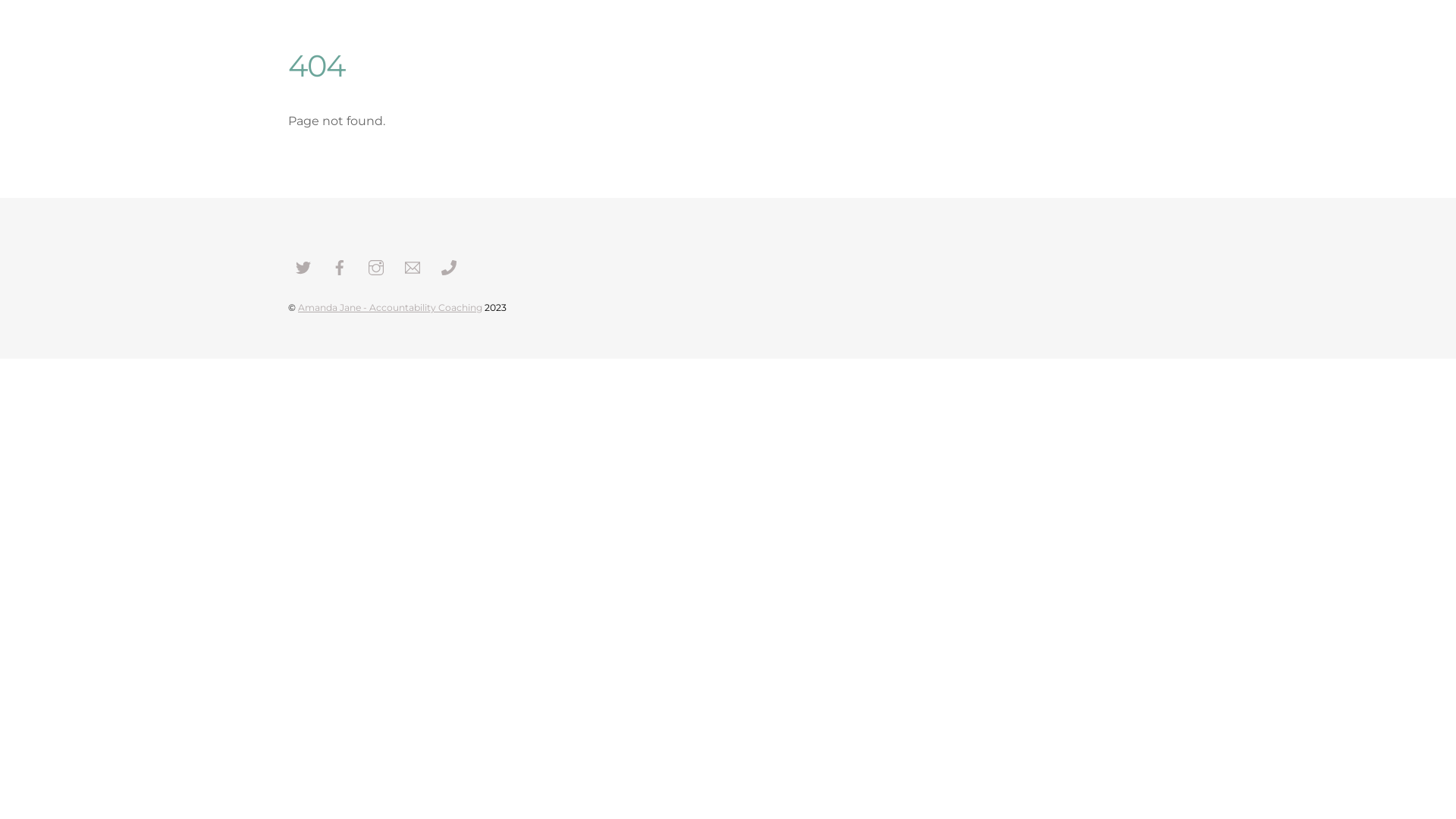 The image size is (1456, 819). What do you see at coordinates (390, 307) in the screenshot?
I see `'Amanda Jane - Accountability Coaching'` at bounding box center [390, 307].